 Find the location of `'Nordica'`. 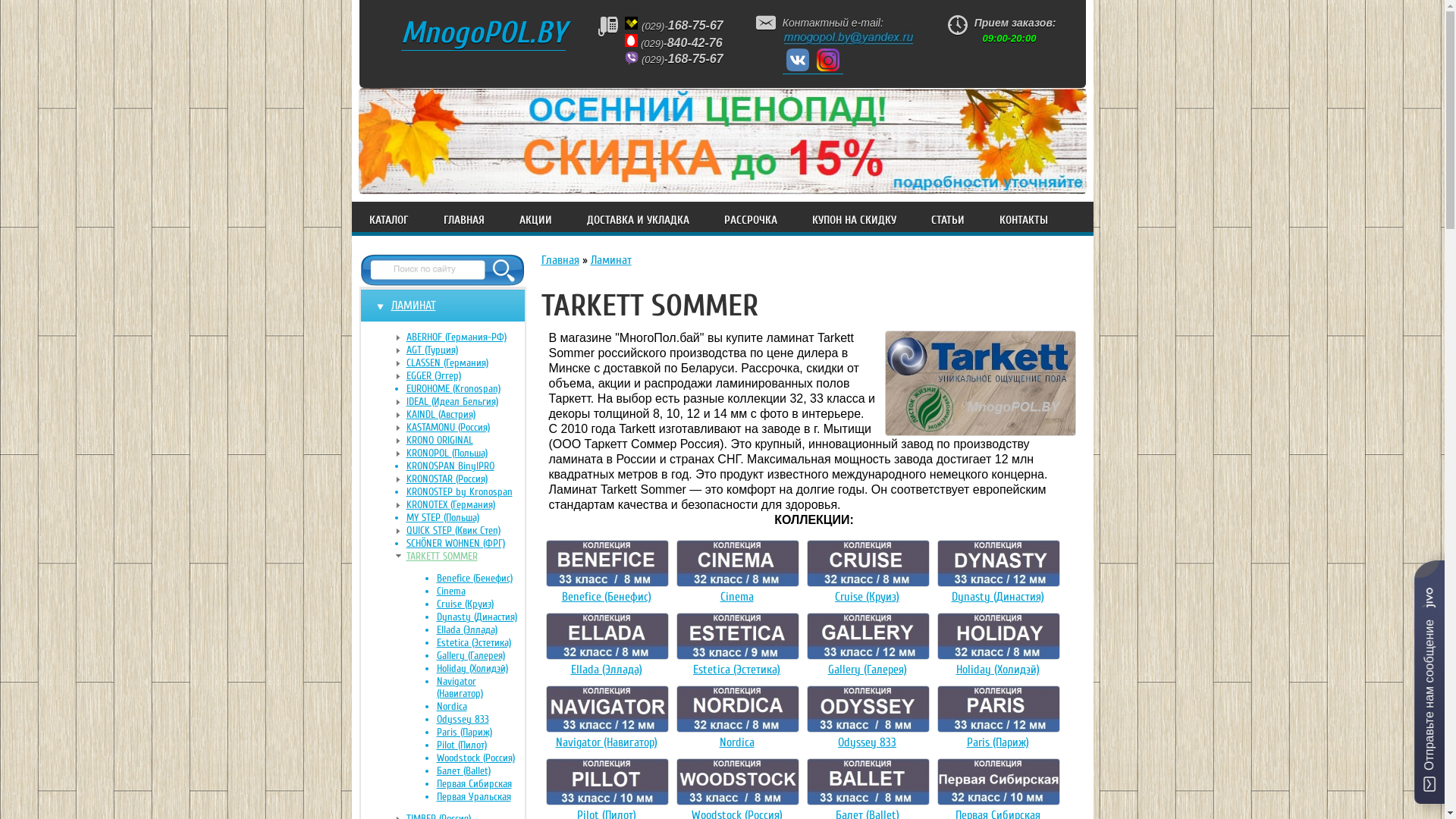

'Nordica' is located at coordinates (736, 742).